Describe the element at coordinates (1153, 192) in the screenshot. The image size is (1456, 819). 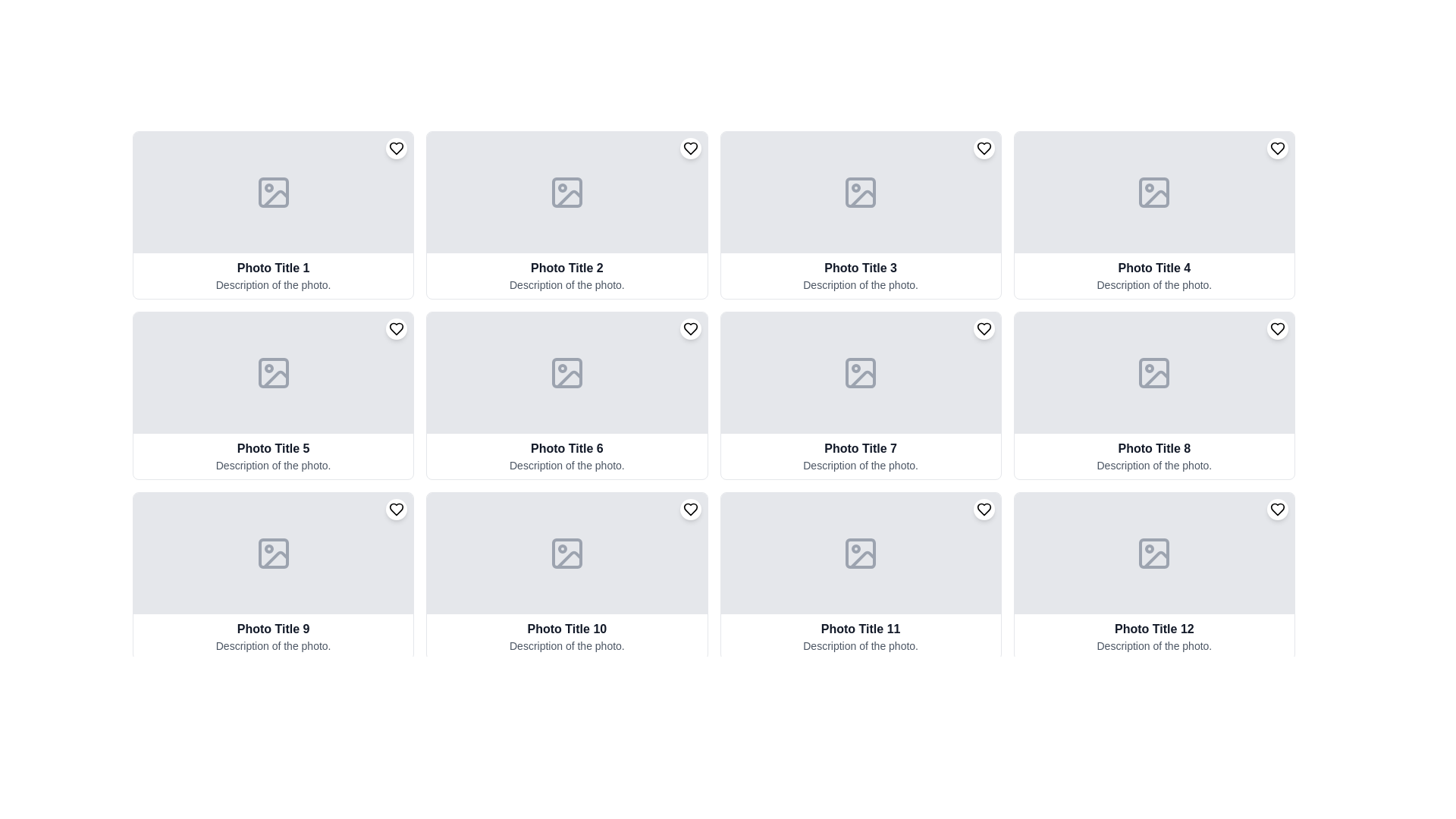
I see `the rectangular graphical shape within the SVG that serves as an image placeholder icon in the fourth card labeled 'Photo Title 4'` at that location.